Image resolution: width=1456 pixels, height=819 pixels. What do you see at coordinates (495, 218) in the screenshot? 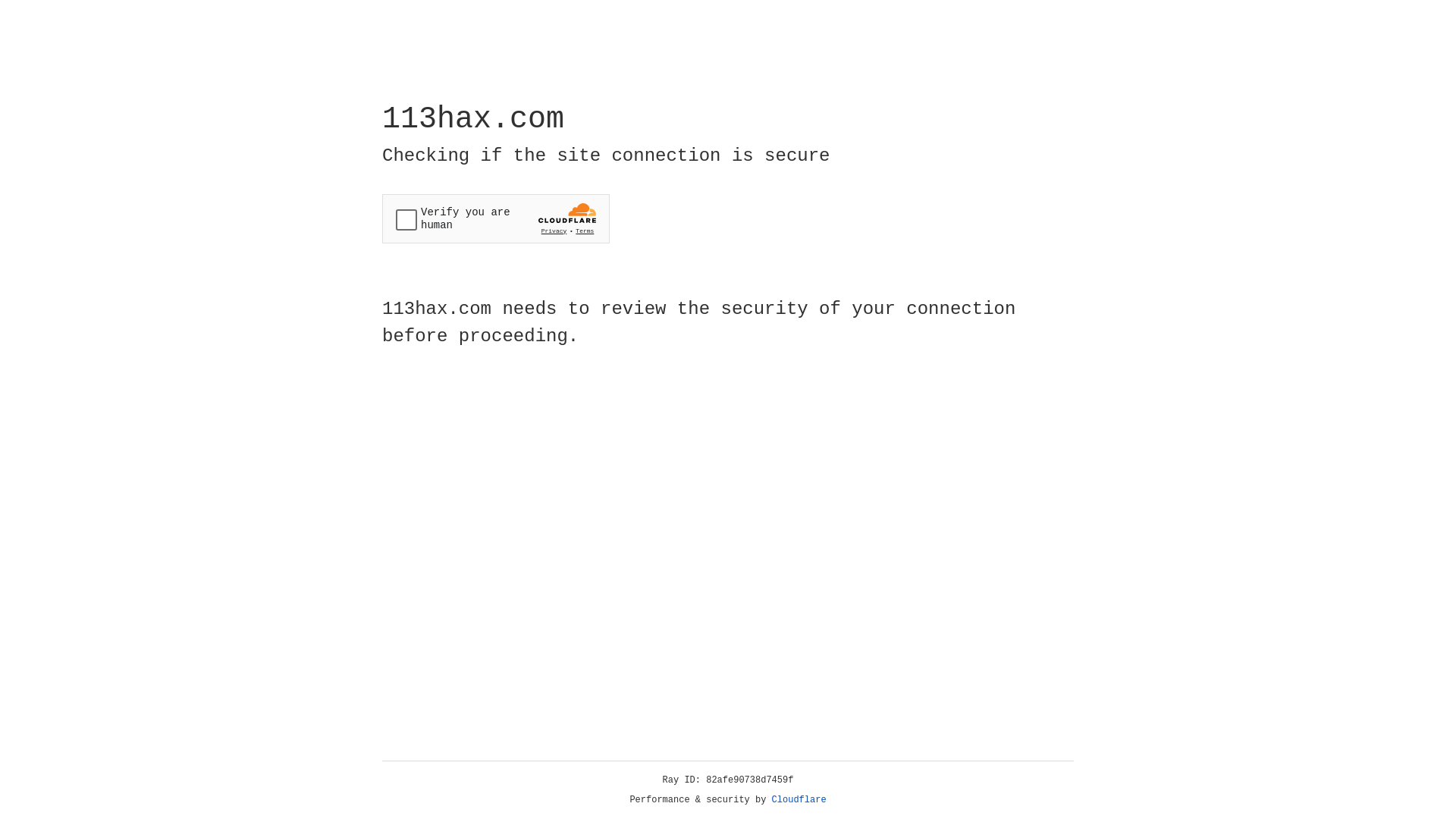
I see `'Widget containing a Cloudflare security challenge'` at bounding box center [495, 218].